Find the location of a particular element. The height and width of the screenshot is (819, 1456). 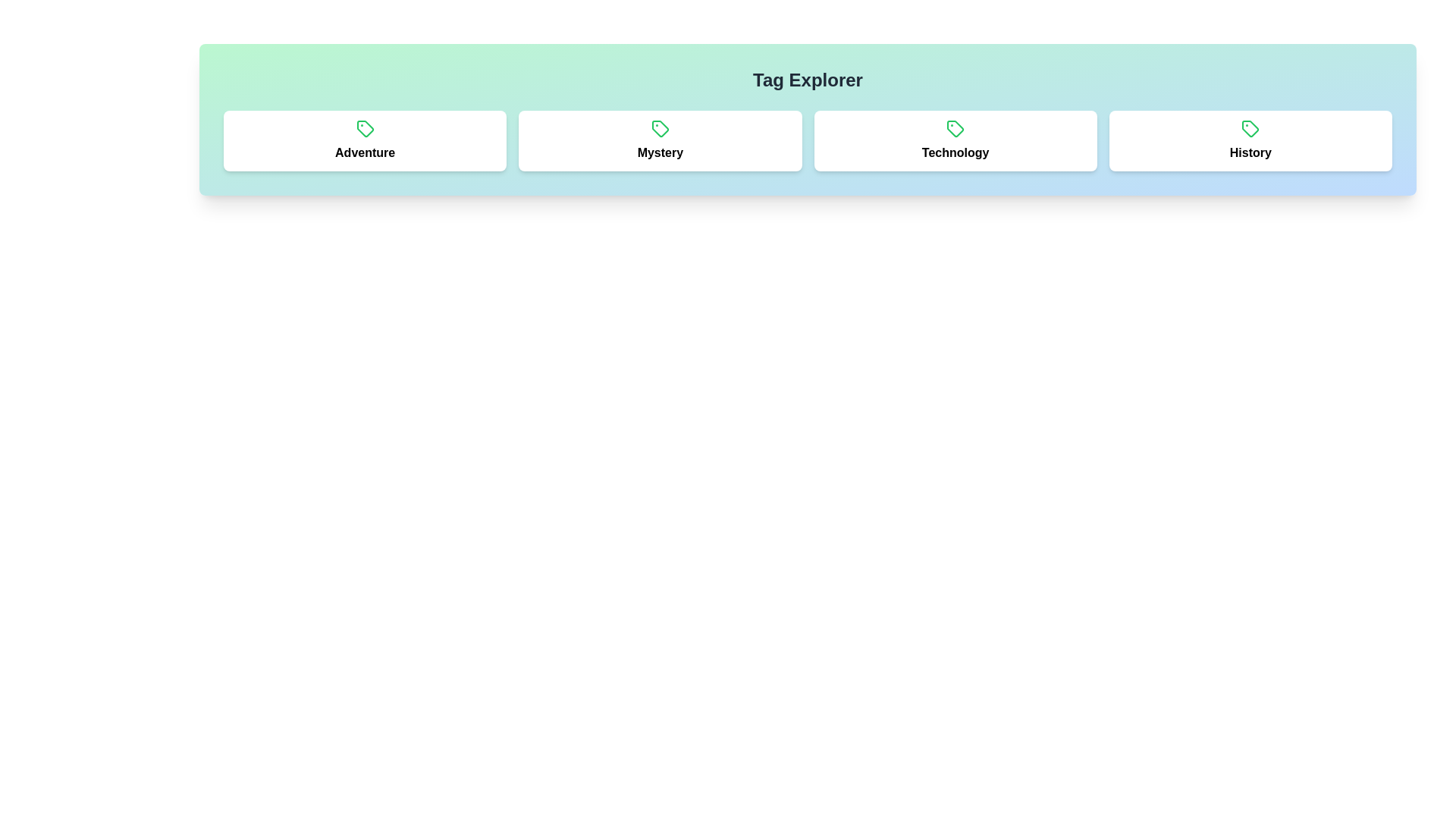

the 'Adventure' labeled card in the 'Tag Explorer' section to interact with its functionality is located at coordinates (365, 127).